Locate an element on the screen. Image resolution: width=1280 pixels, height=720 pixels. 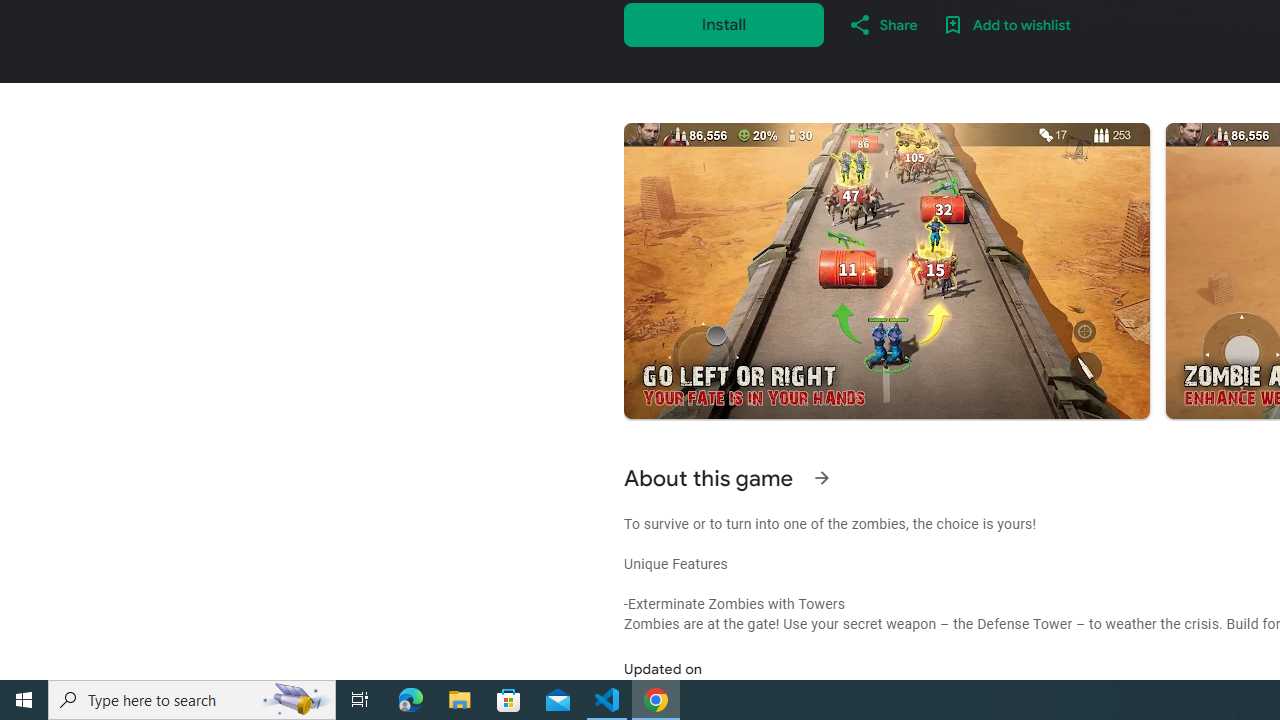
'Install' is located at coordinates (722, 24).